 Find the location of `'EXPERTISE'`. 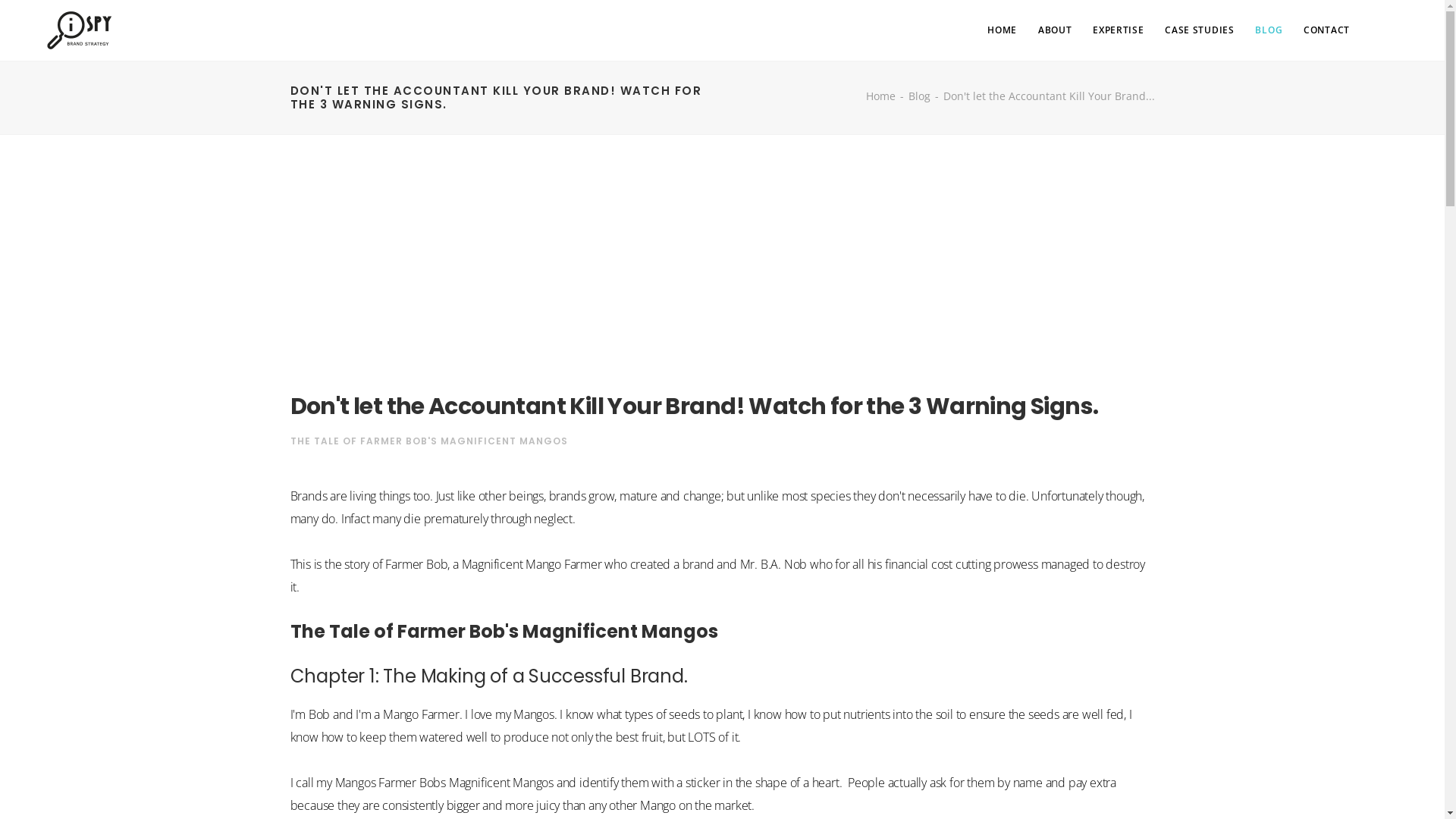

'EXPERTISE' is located at coordinates (1118, 30).